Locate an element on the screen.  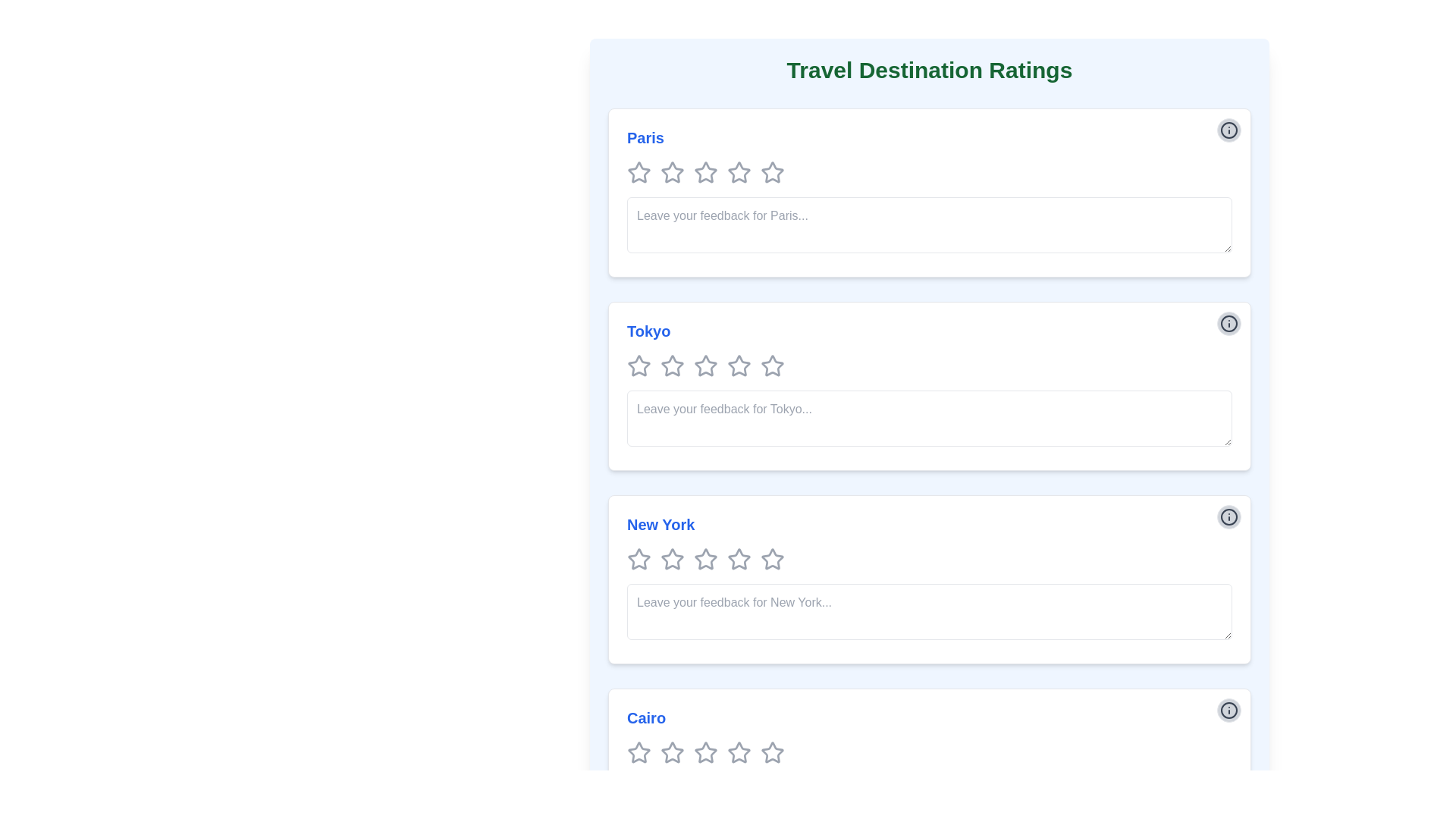
the third star in the 5-star rating component below the 'New York' header to rate is located at coordinates (705, 559).